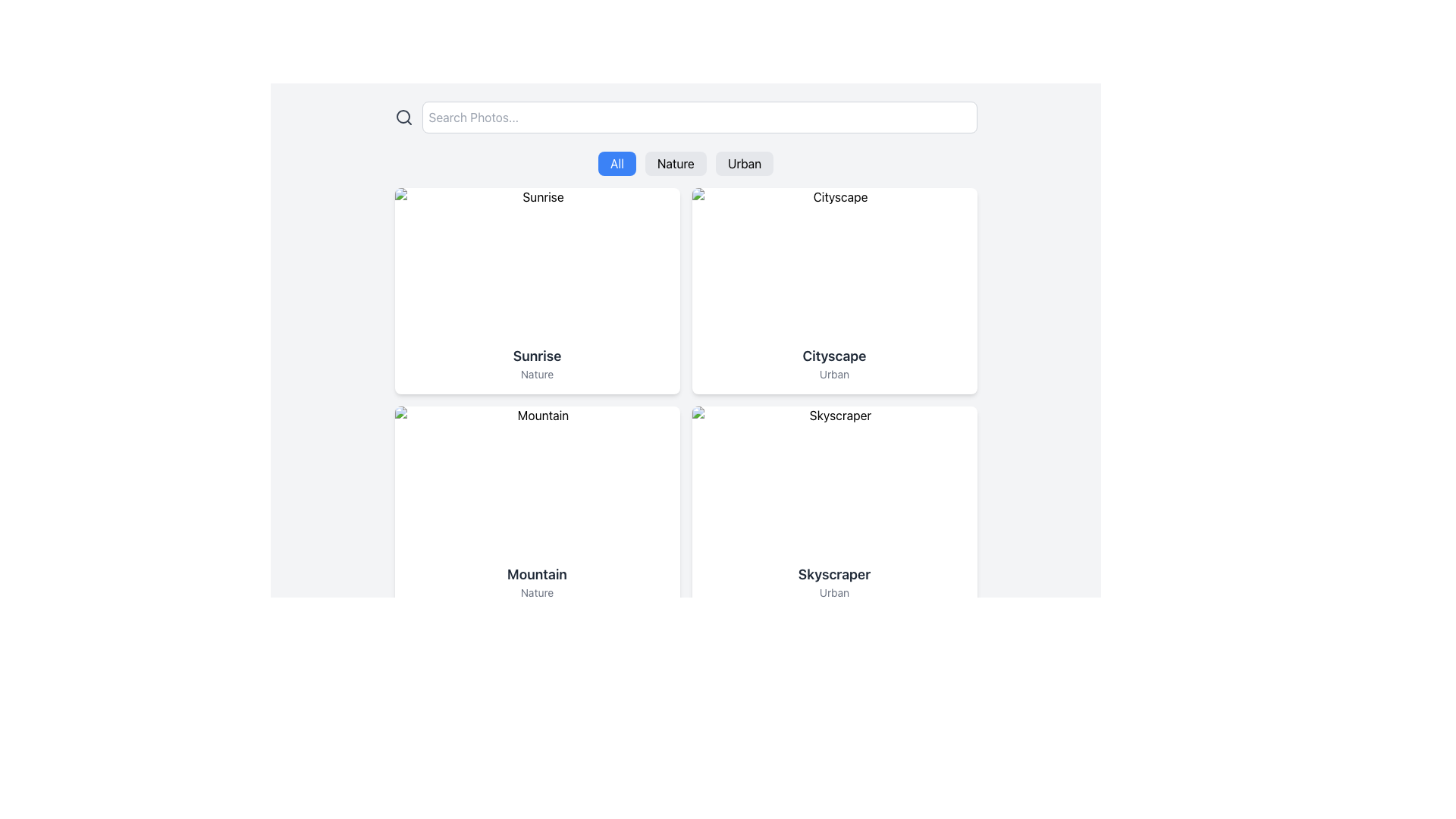 The height and width of the screenshot is (819, 1456). What do you see at coordinates (833, 581) in the screenshot?
I see `the text label containing 'Skyscraper' in bold and larger font, with 'Urban' in smaller, lighter gray font below it, located in the bottom-right card of the grid layout` at bounding box center [833, 581].